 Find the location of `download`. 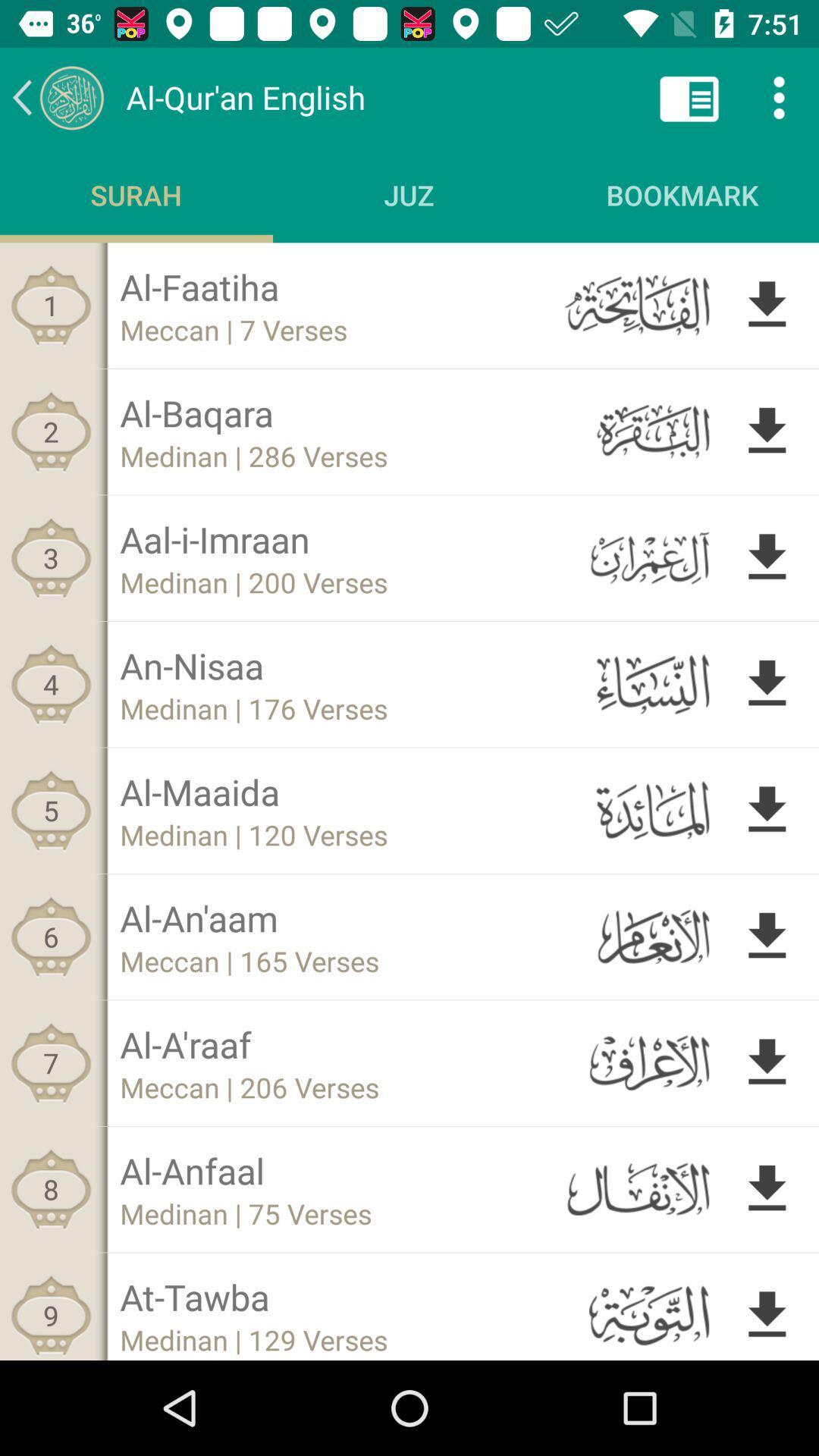

download is located at coordinates (767, 304).